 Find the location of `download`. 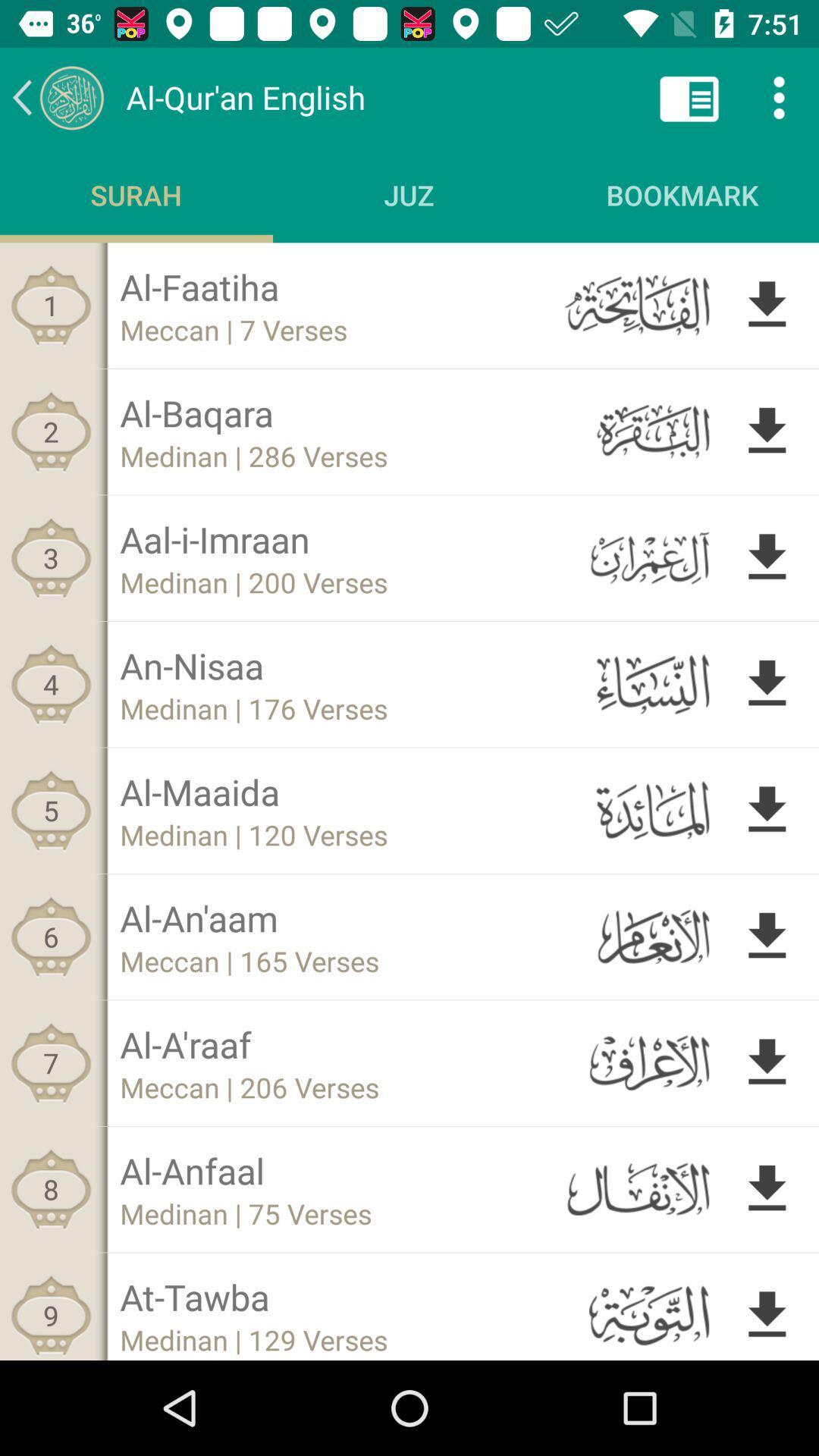

download is located at coordinates (767, 304).